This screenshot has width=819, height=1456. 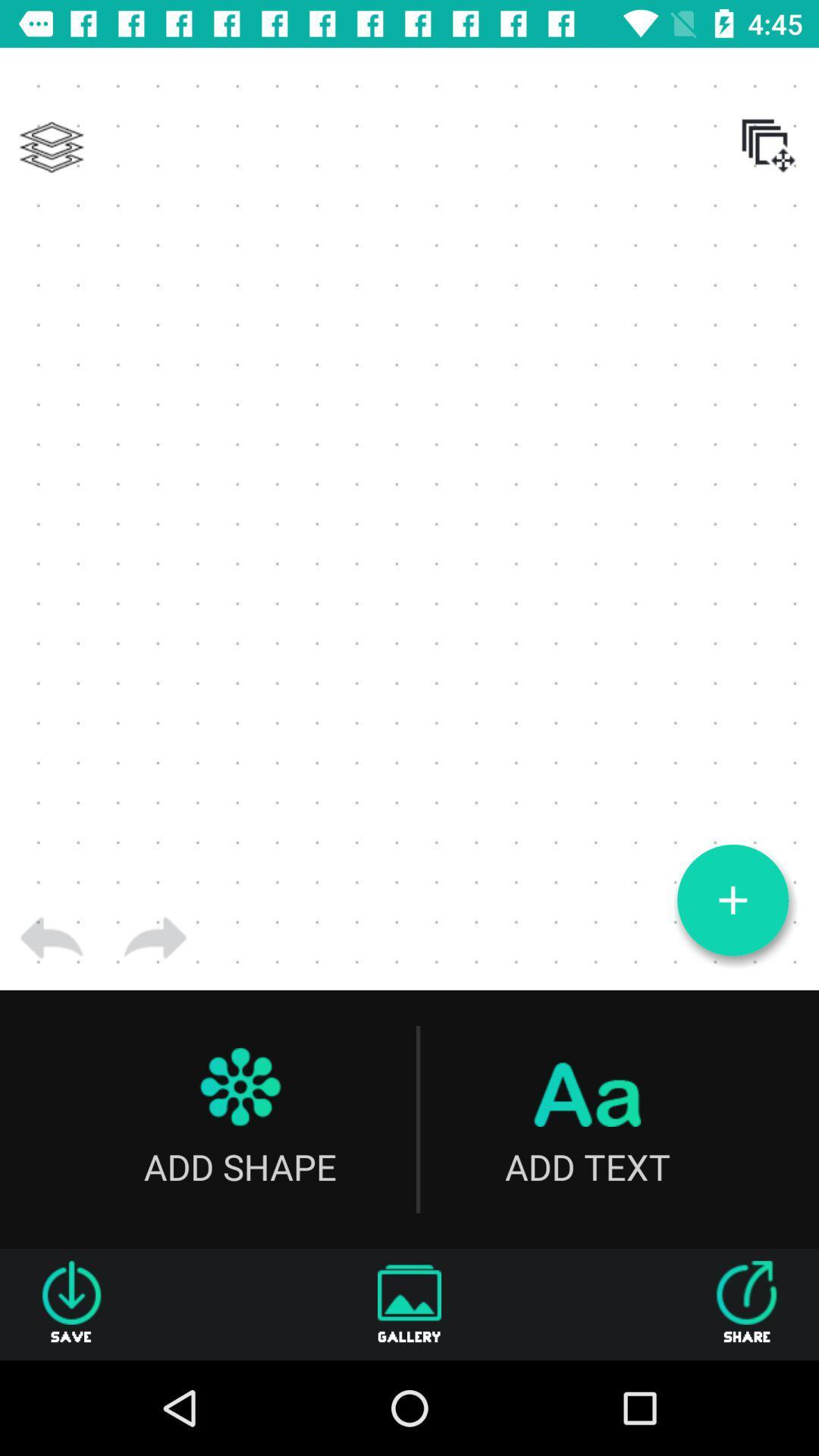 What do you see at coordinates (155, 937) in the screenshot?
I see `go next` at bounding box center [155, 937].